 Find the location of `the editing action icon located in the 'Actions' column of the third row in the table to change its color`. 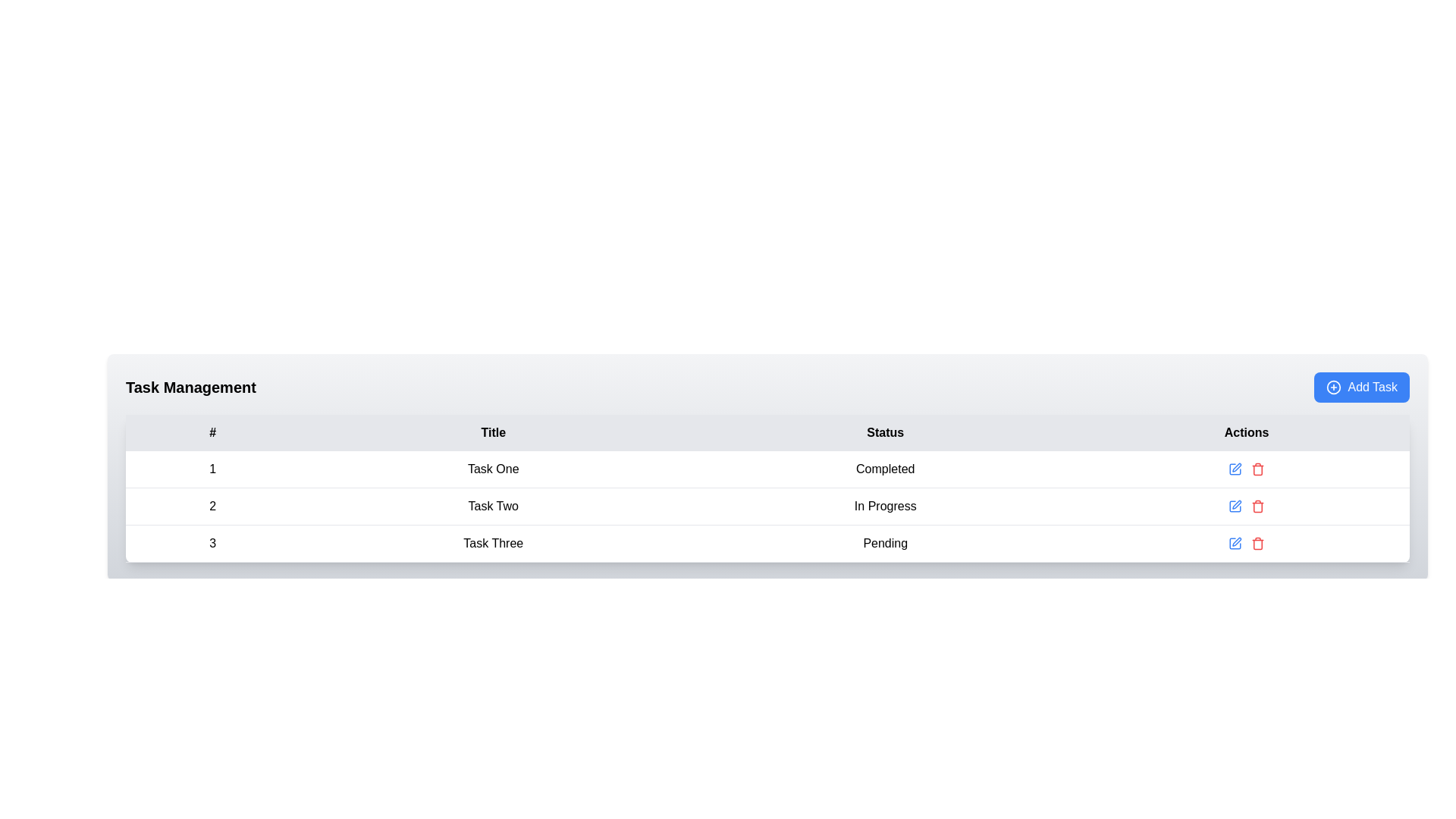

the editing action icon located in the 'Actions' column of the third row in the table to change its color is located at coordinates (1237, 541).